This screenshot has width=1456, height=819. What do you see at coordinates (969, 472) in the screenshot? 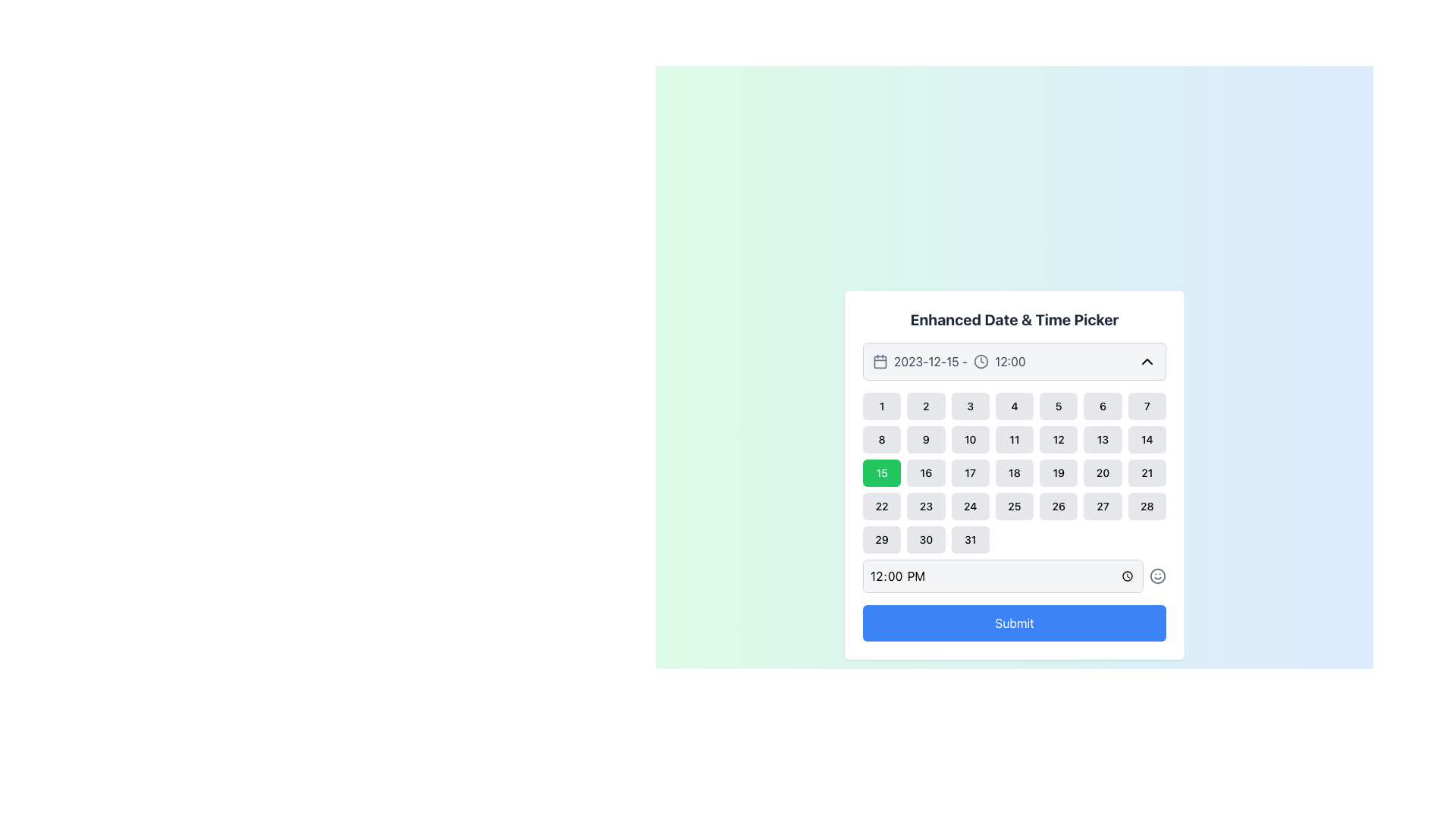
I see `the button representing the date '17' in the calendar grid to observe the hover effect` at bounding box center [969, 472].